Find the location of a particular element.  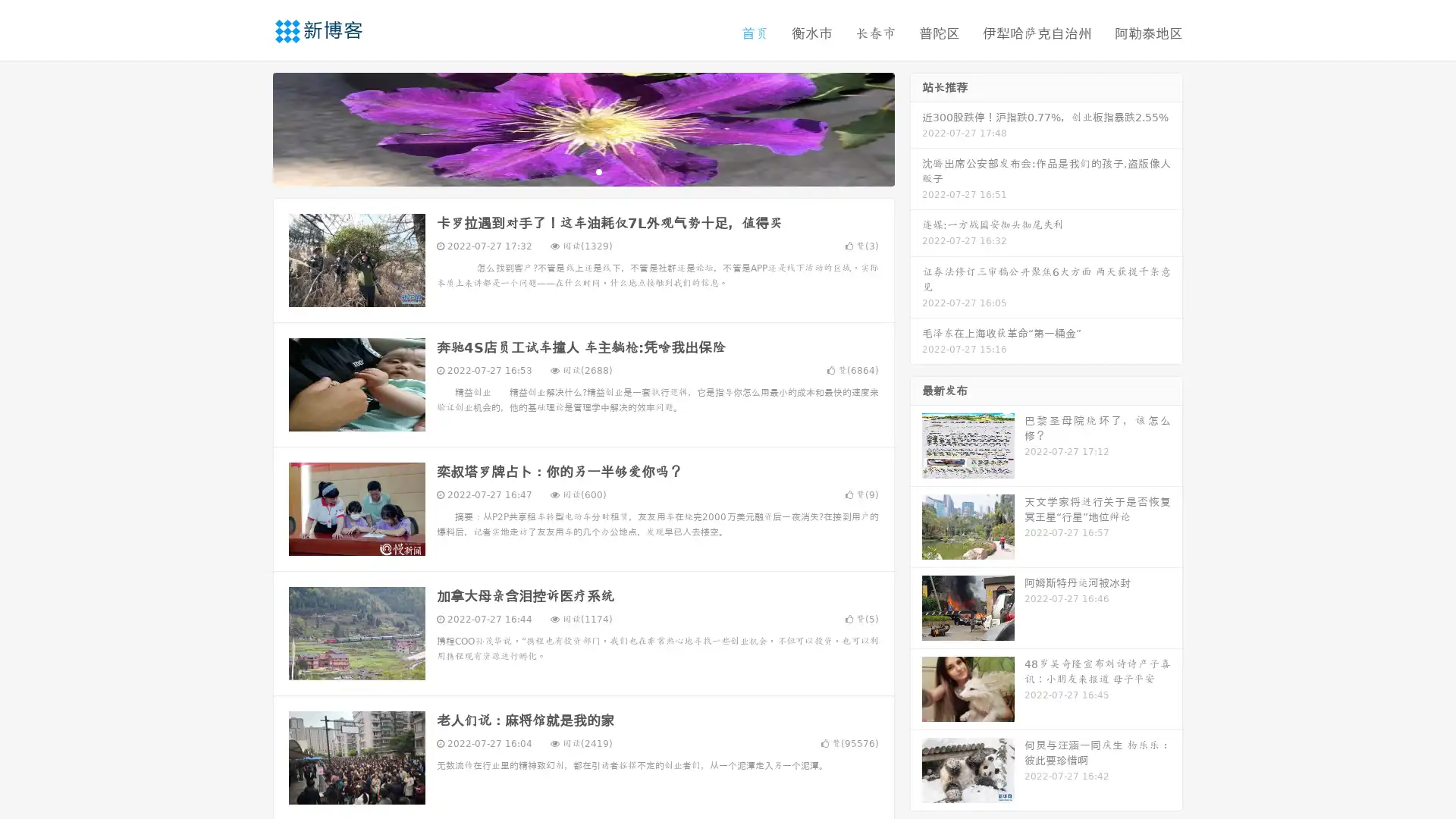

Next slide is located at coordinates (916, 127).